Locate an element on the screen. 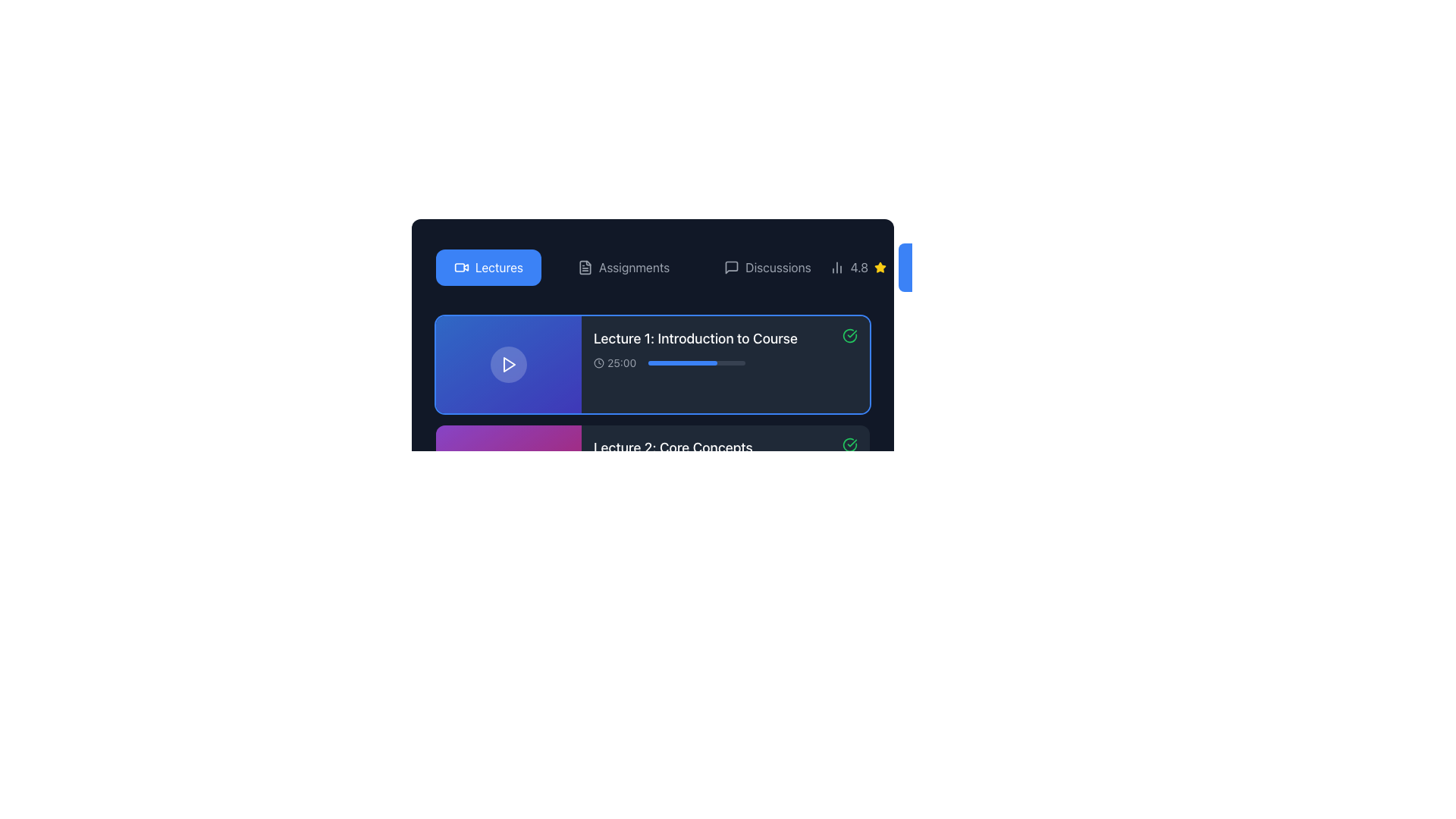 This screenshot has height=819, width=1456. the slider is located at coordinates (682, 362).